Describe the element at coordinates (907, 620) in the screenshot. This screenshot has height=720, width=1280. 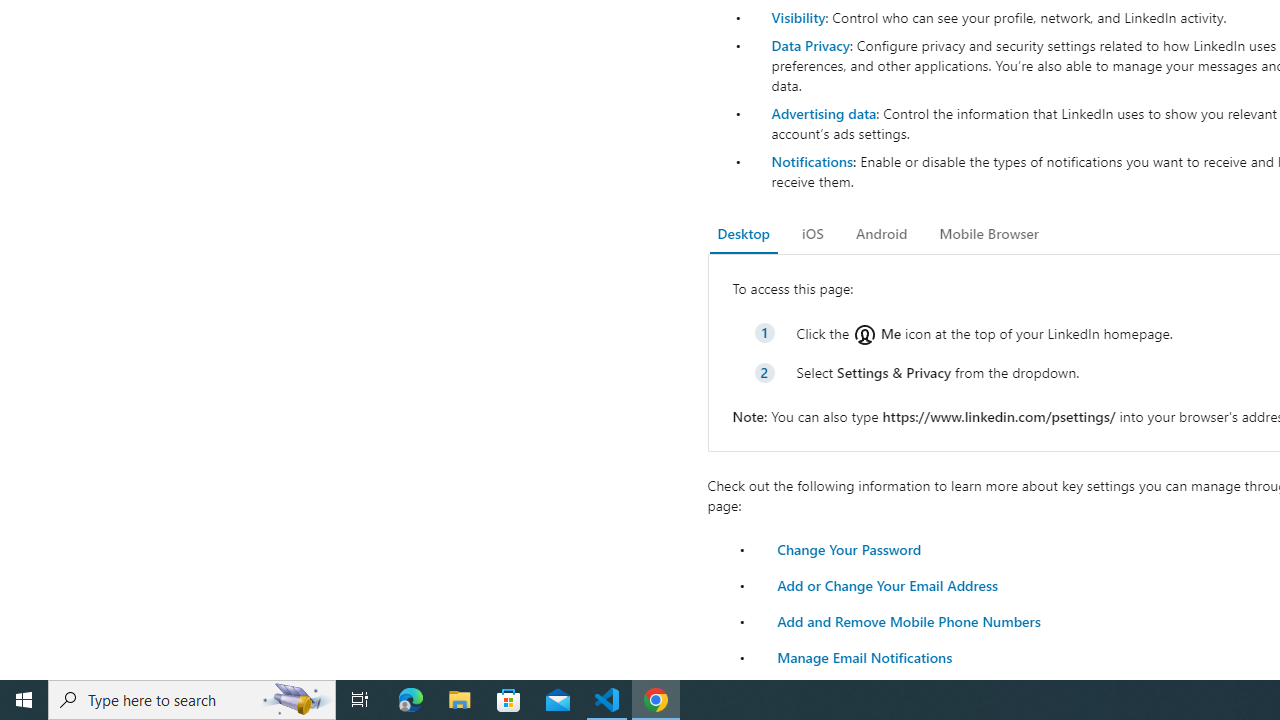
I see `'Add and Remove Mobile Phone Numbers'` at that location.